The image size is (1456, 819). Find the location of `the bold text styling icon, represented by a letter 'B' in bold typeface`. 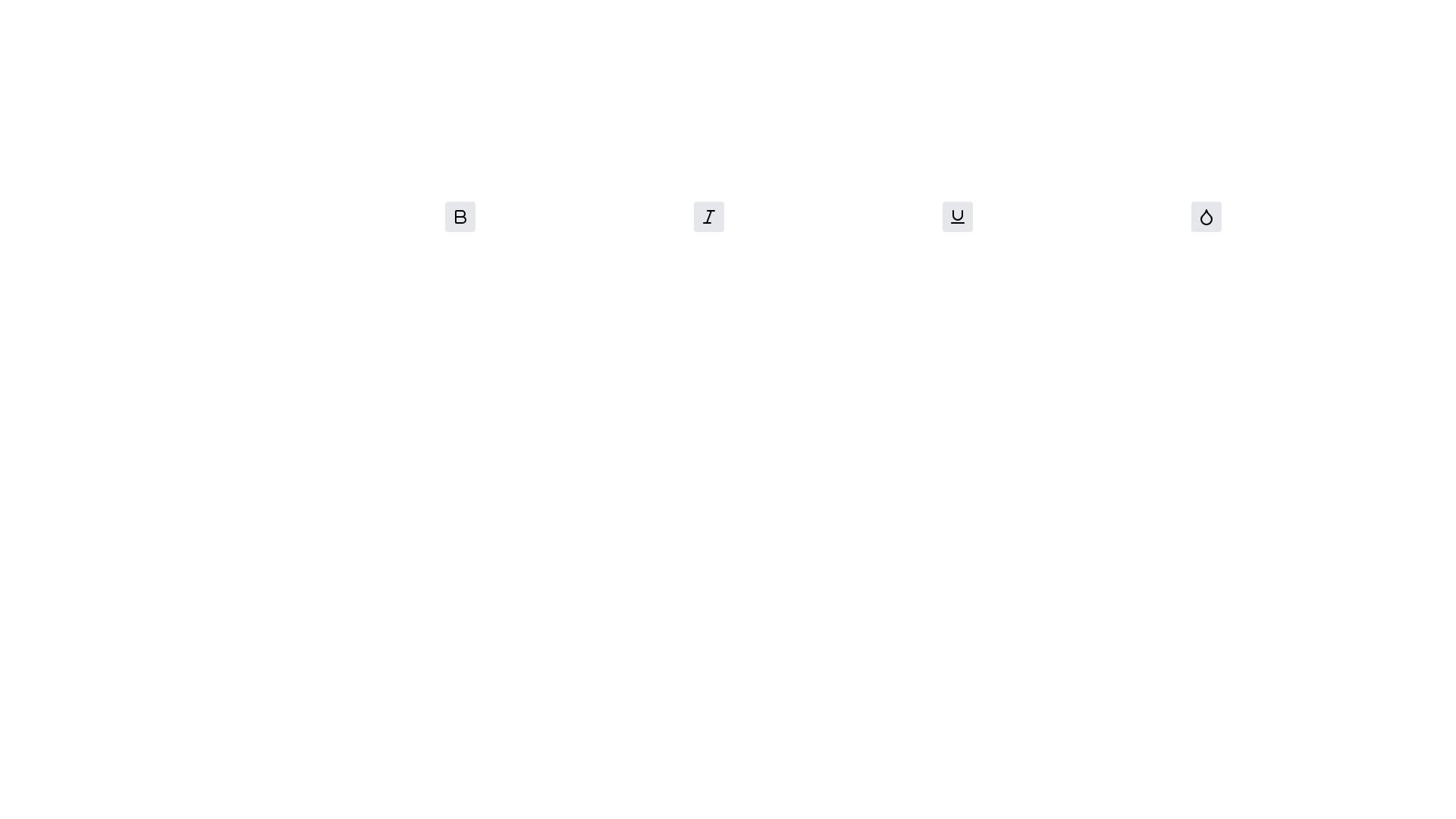

the bold text styling icon, represented by a letter 'B' in bold typeface is located at coordinates (460, 216).